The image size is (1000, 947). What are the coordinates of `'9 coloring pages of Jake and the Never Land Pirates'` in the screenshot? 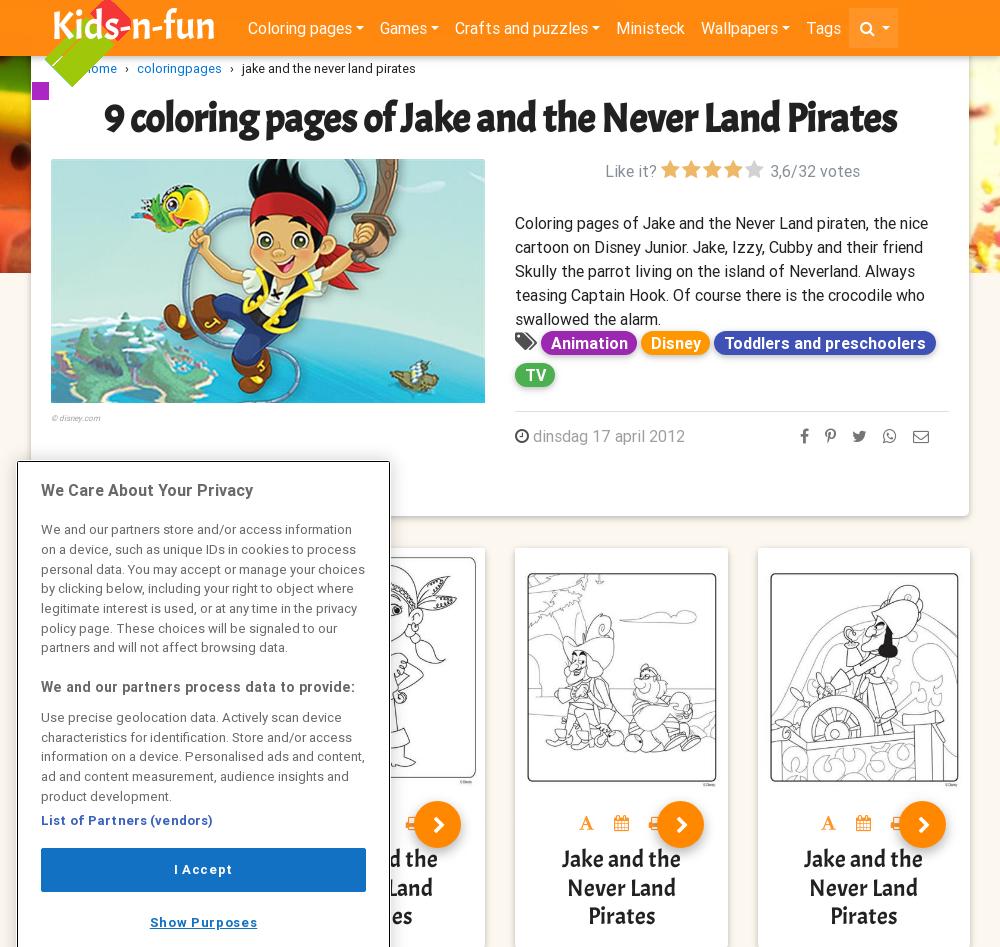 It's located at (498, 116).